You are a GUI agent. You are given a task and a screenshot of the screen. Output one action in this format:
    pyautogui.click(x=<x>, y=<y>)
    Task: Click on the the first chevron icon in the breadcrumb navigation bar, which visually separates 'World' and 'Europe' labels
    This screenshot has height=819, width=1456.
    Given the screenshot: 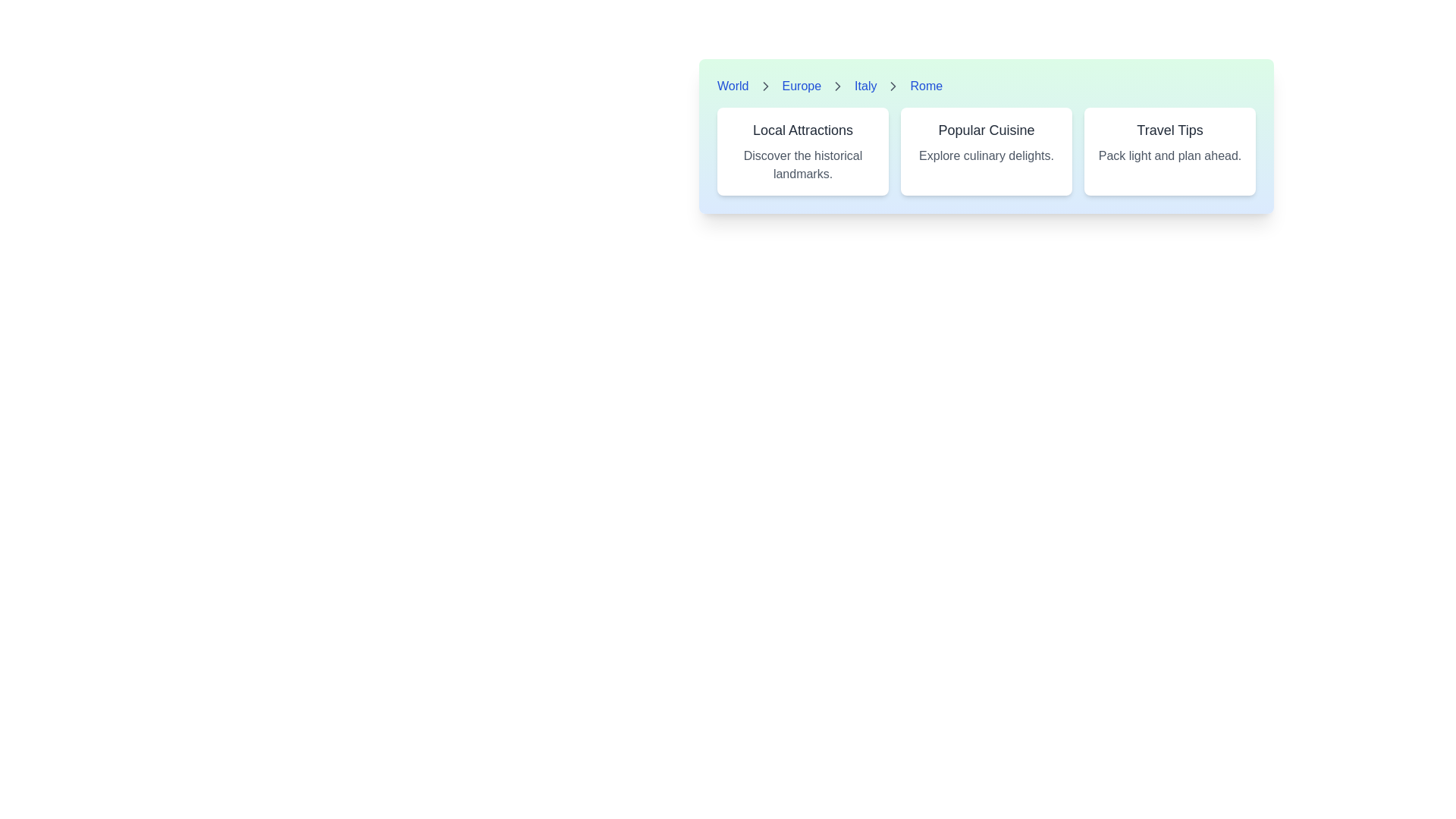 What is the action you would take?
    pyautogui.click(x=765, y=86)
    